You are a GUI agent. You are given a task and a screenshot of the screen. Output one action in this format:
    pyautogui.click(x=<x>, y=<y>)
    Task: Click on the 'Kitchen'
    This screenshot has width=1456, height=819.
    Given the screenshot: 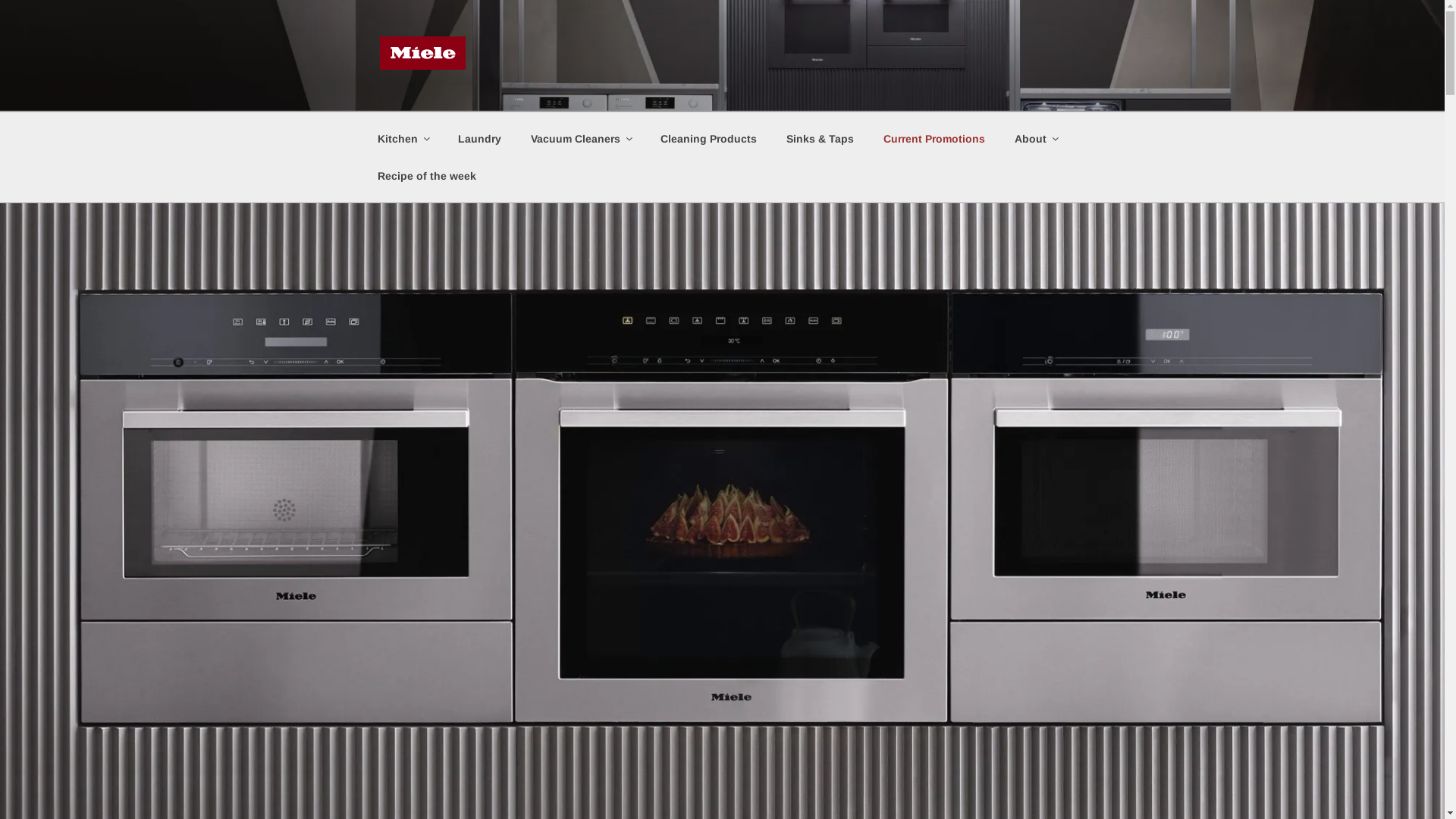 What is the action you would take?
    pyautogui.click(x=403, y=138)
    